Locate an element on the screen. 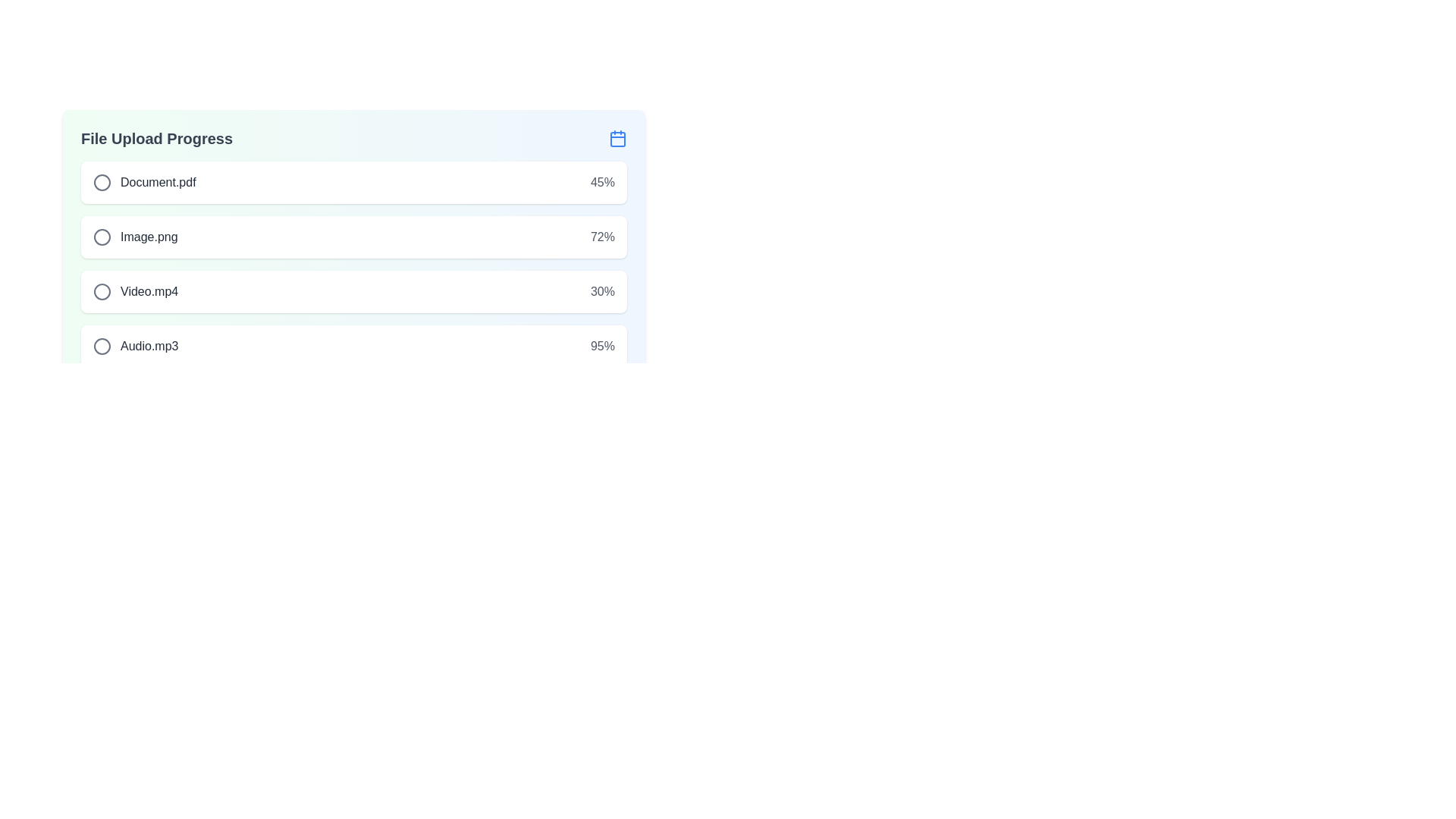 Image resolution: width=1456 pixels, height=819 pixels. the text label displaying 'Video.mp4' which is the third item in a vertical list of progress rows, positioned alongside a circular graphic icon is located at coordinates (149, 292).